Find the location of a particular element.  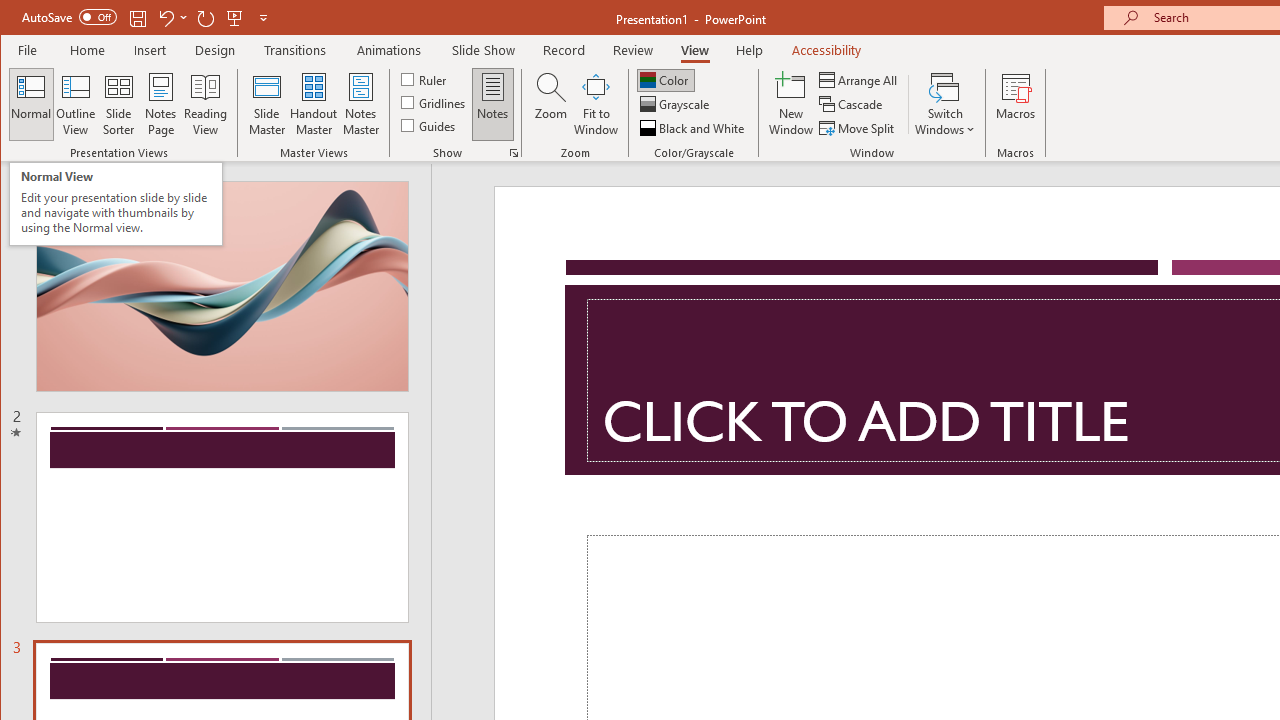

'Handout Master' is located at coordinates (313, 104).